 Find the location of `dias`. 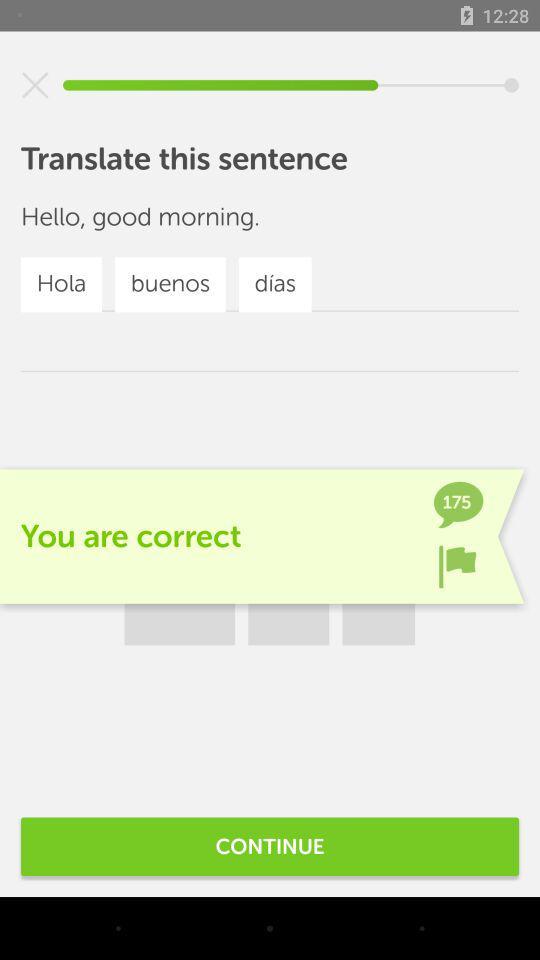

dias is located at coordinates (274, 283).